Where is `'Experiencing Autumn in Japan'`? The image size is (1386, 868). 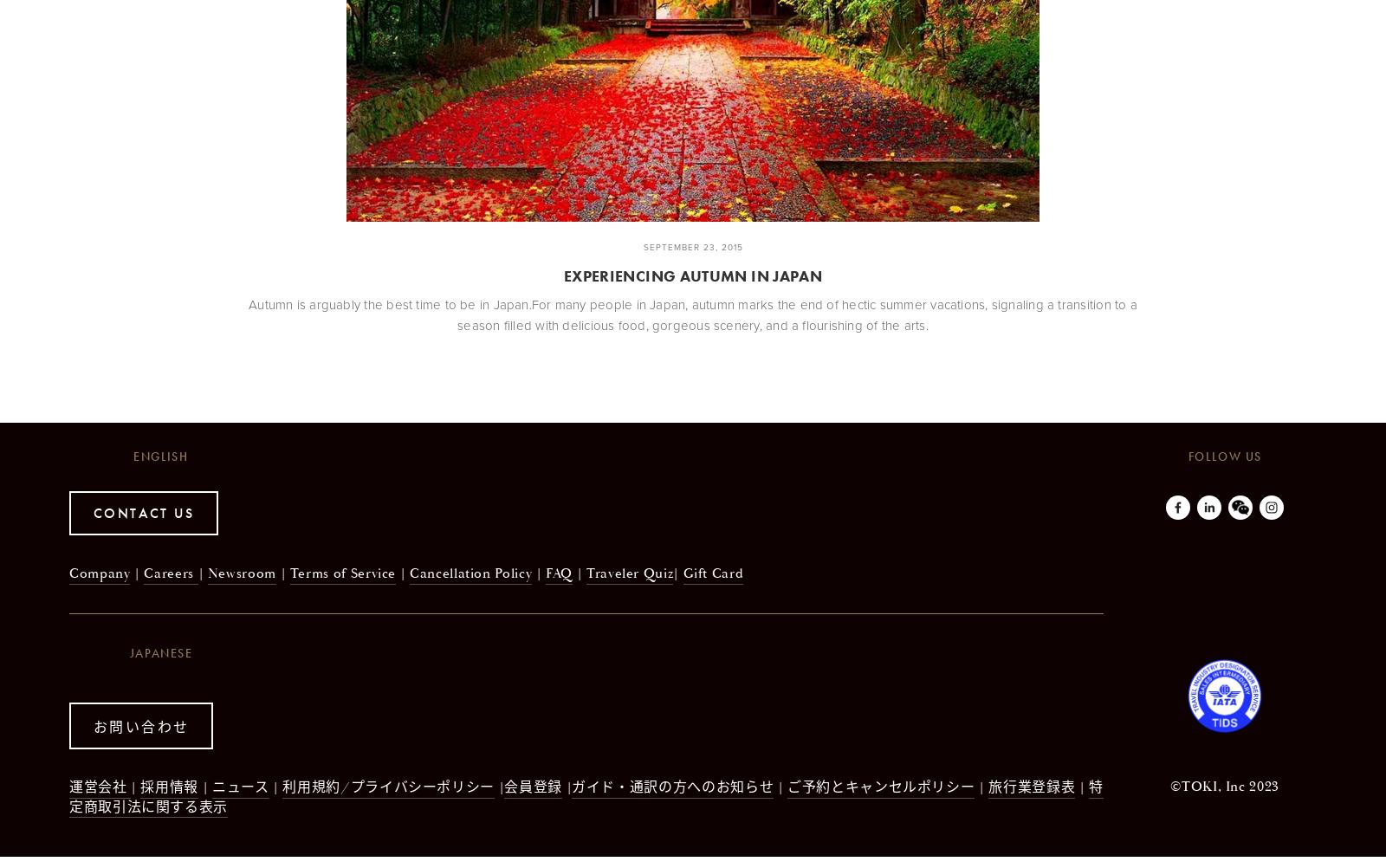 'Experiencing Autumn in Japan' is located at coordinates (692, 274).